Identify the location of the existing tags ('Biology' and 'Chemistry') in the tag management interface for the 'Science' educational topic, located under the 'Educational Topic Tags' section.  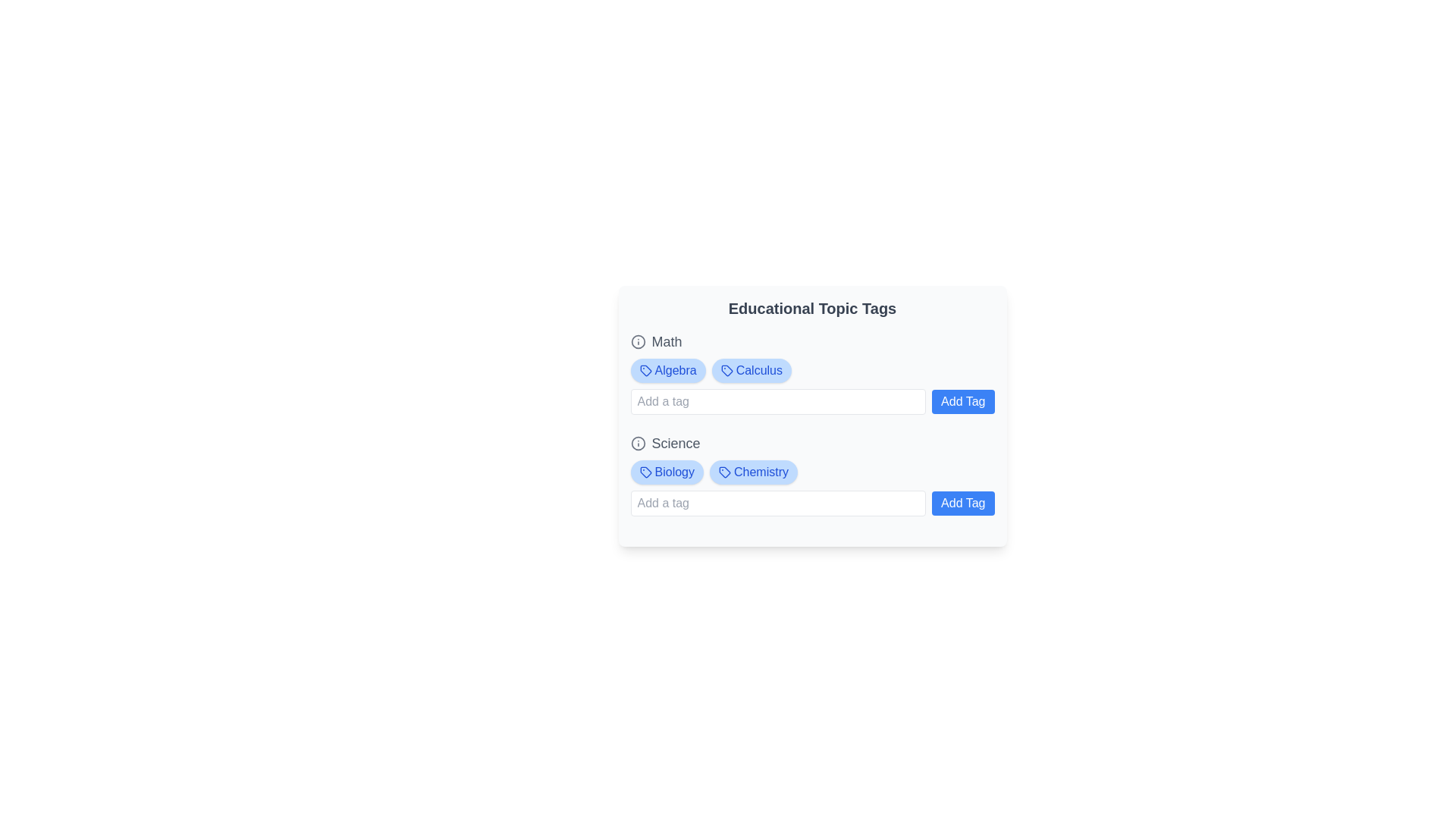
(811, 473).